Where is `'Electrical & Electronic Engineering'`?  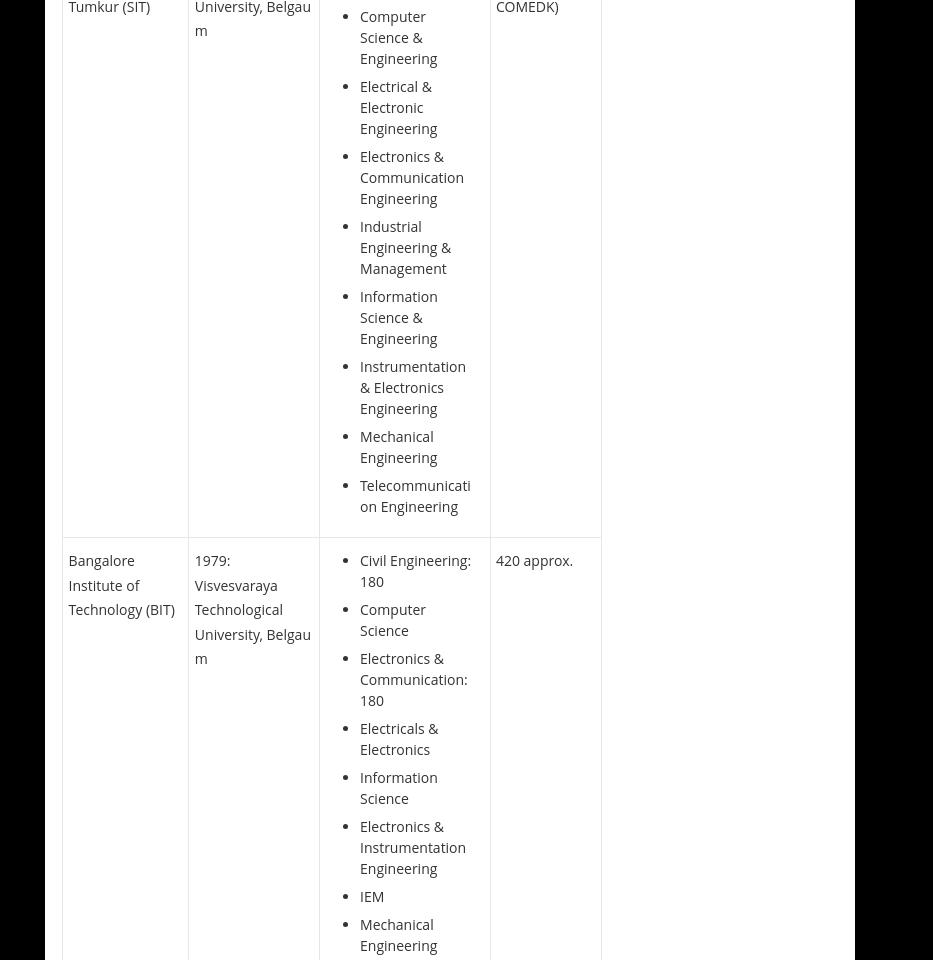
'Electrical & Electronic Engineering' is located at coordinates (398, 107).